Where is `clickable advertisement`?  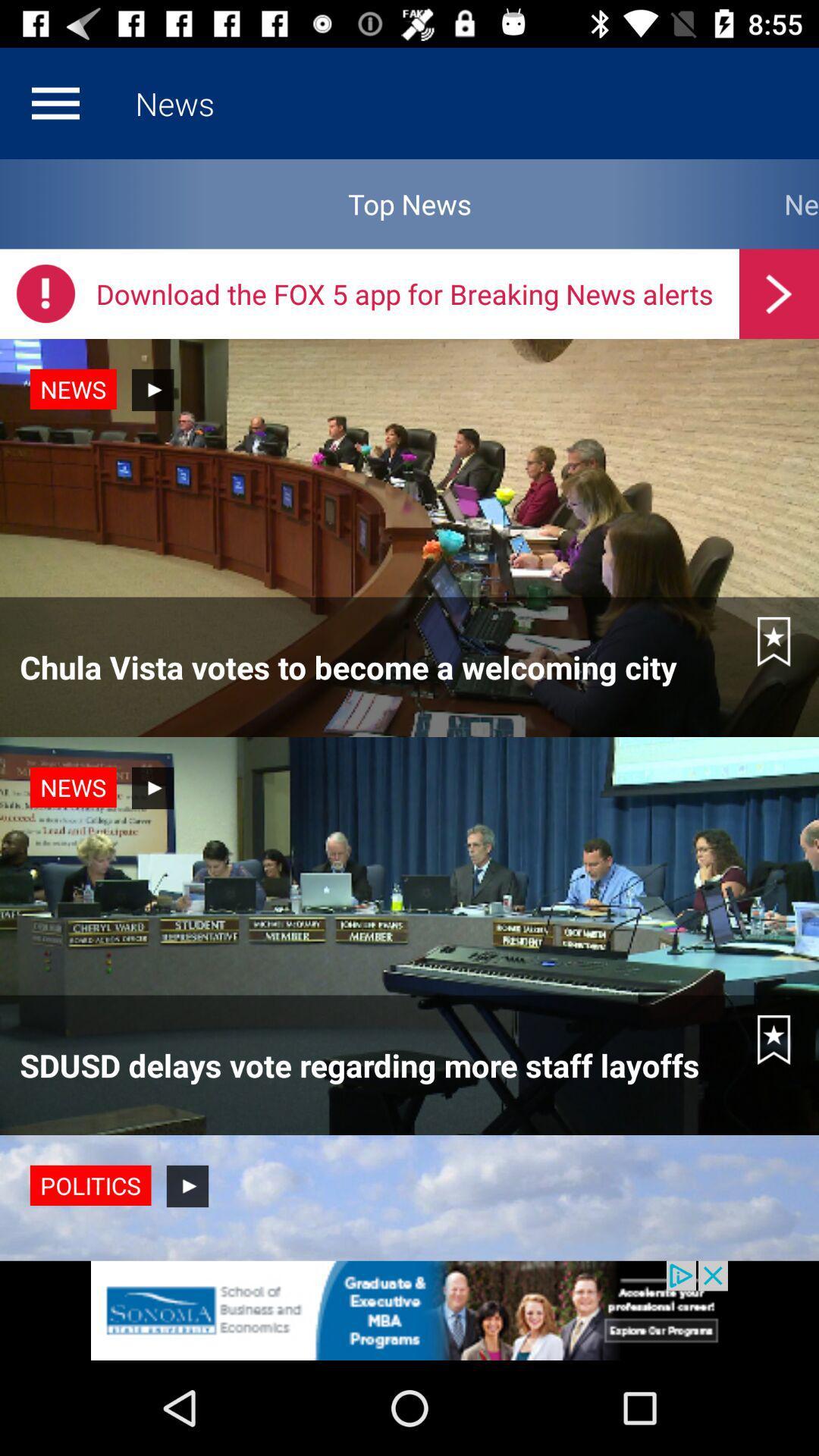
clickable advertisement is located at coordinates (409, 1310).